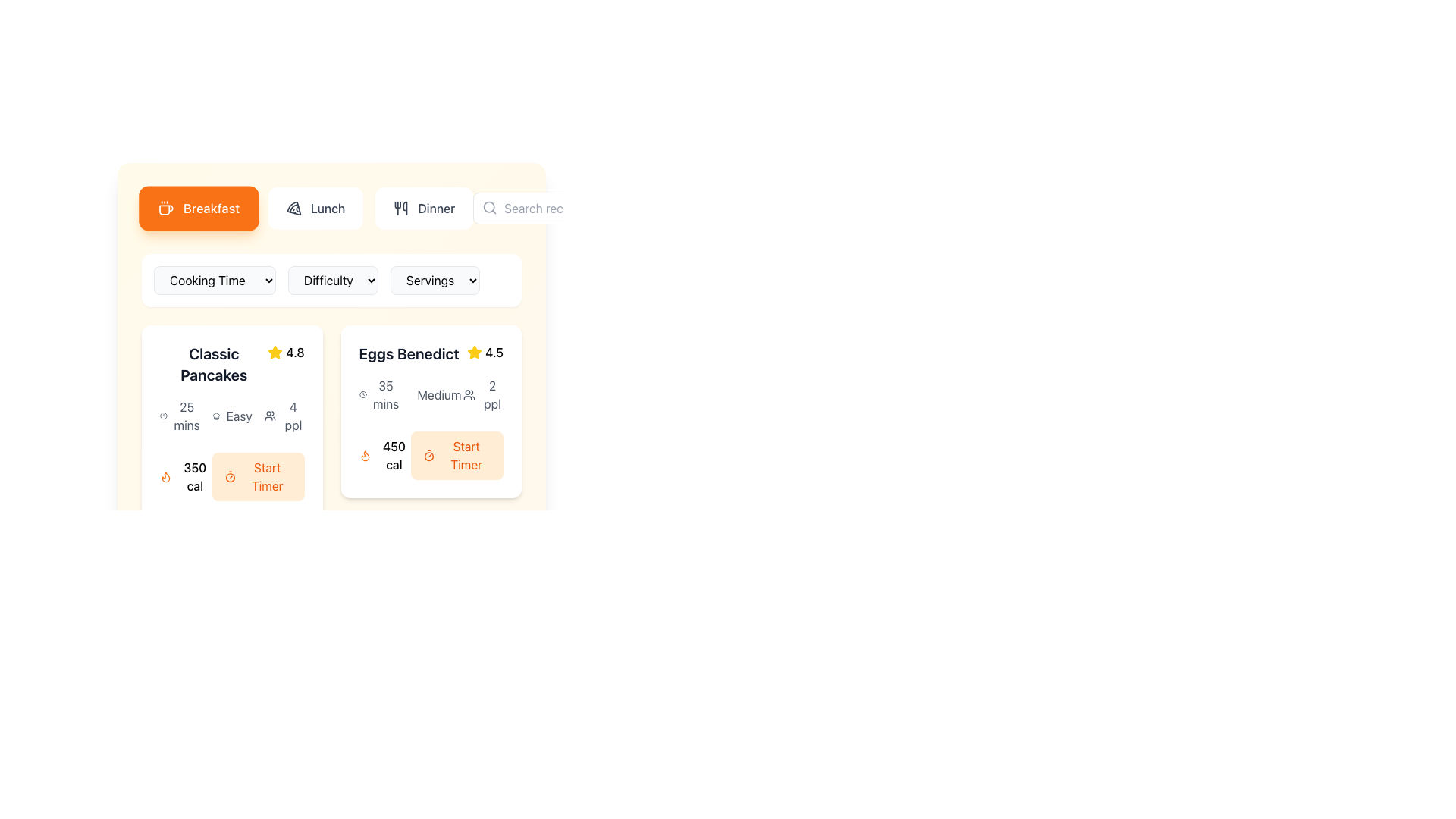  What do you see at coordinates (430, 394) in the screenshot?
I see `the text label displaying 'Medium' which has a gray typeface and is accompanied by a chef hat icon` at bounding box center [430, 394].